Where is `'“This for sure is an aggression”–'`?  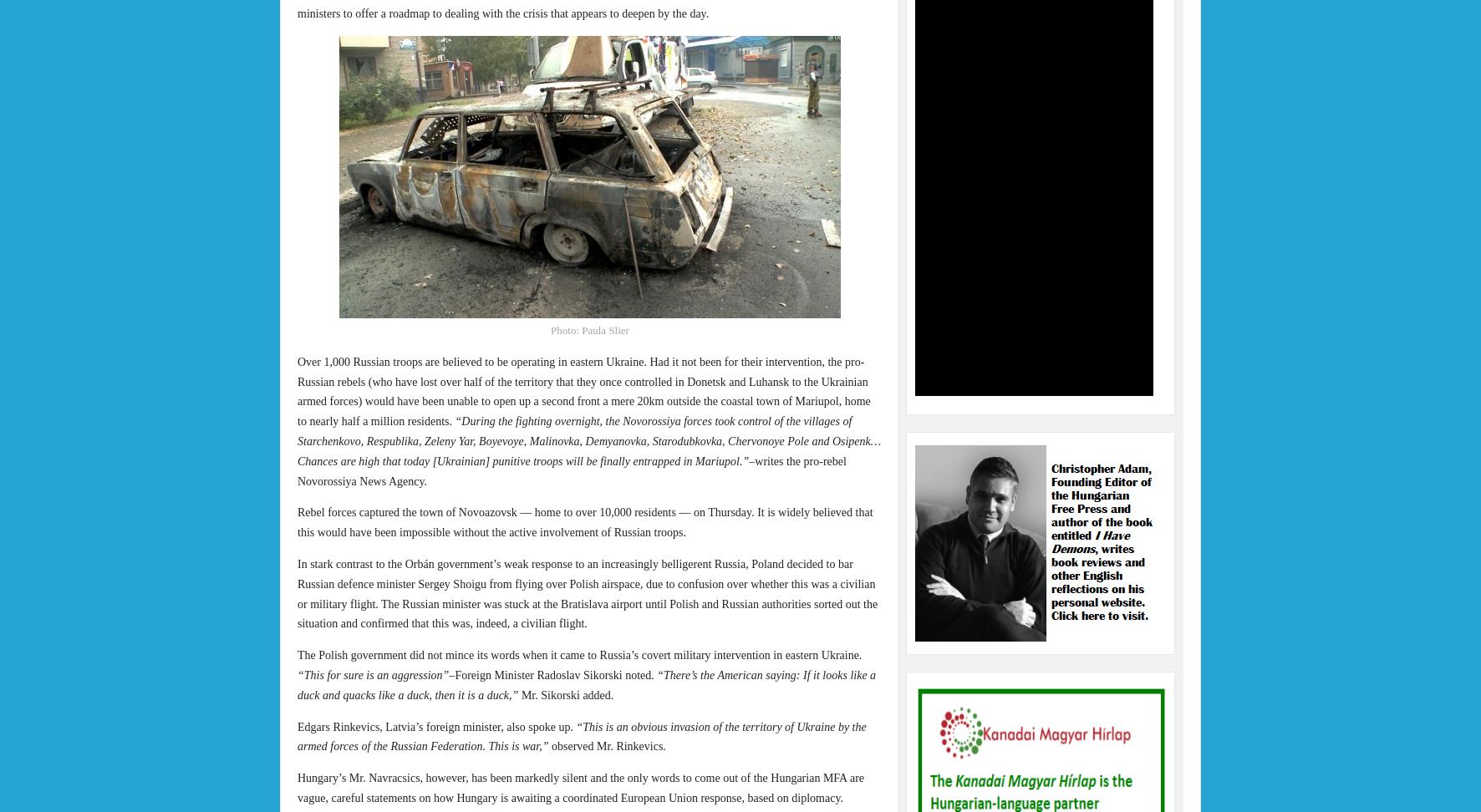 '“This for sure is an aggression”–' is located at coordinates (375, 674).